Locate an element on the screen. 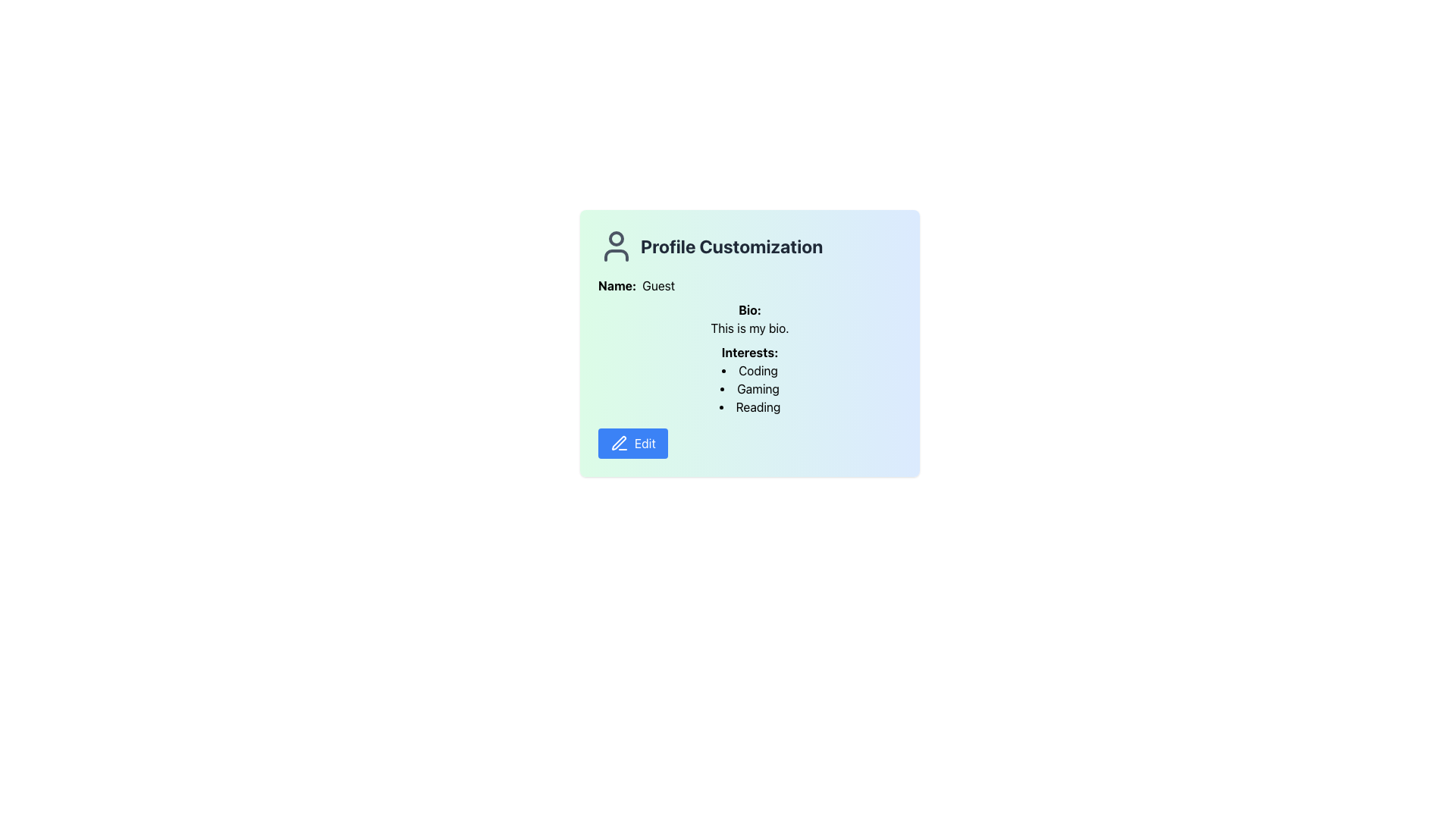  Text Label that describes the name, positioned to the left of the 'Guest' text in the card layout is located at coordinates (617, 286).